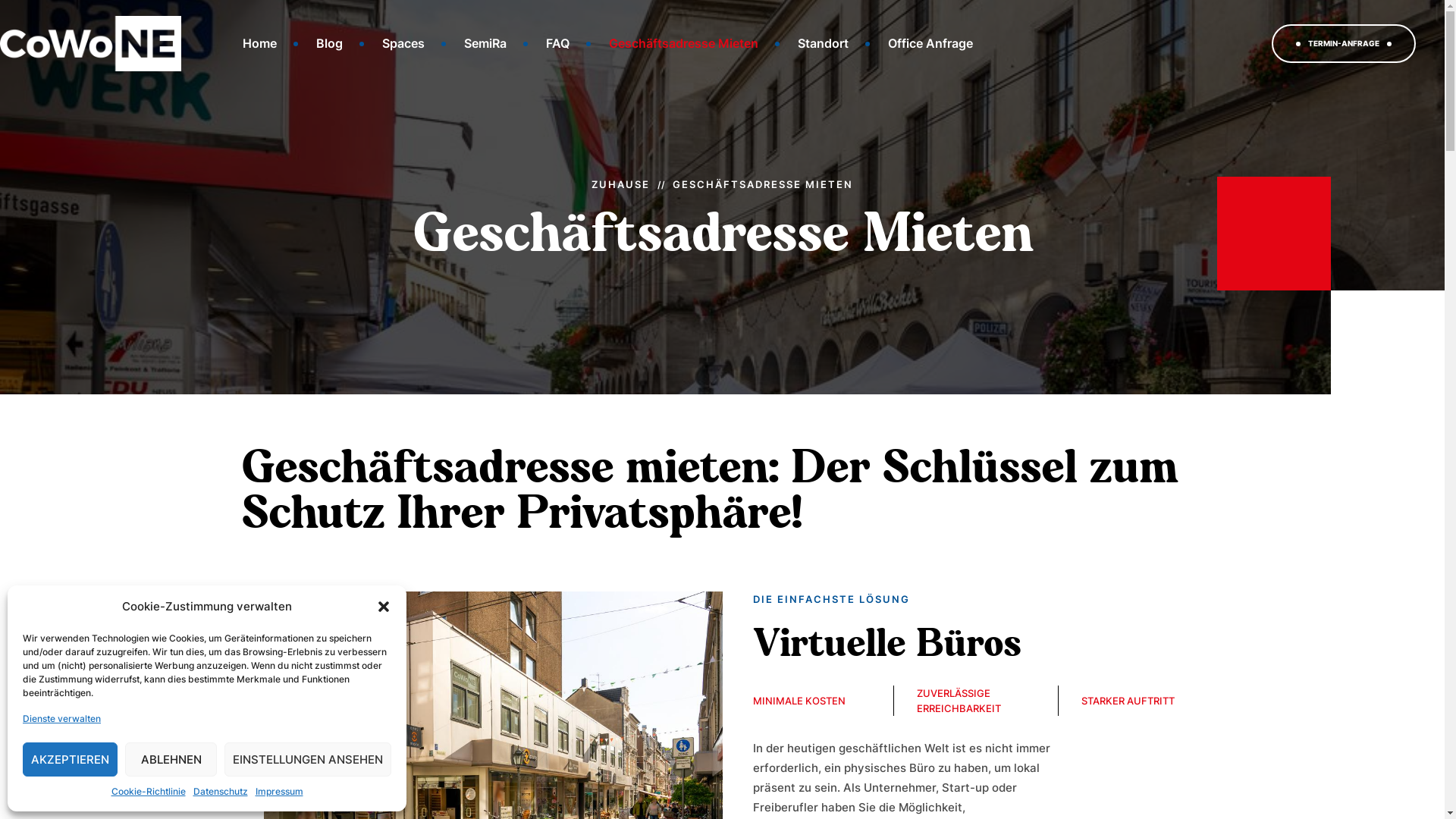 The image size is (1456, 819). Describe the element at coordinates (218, 791) in the screenshot. I see `'Datenschutz'` at that location.